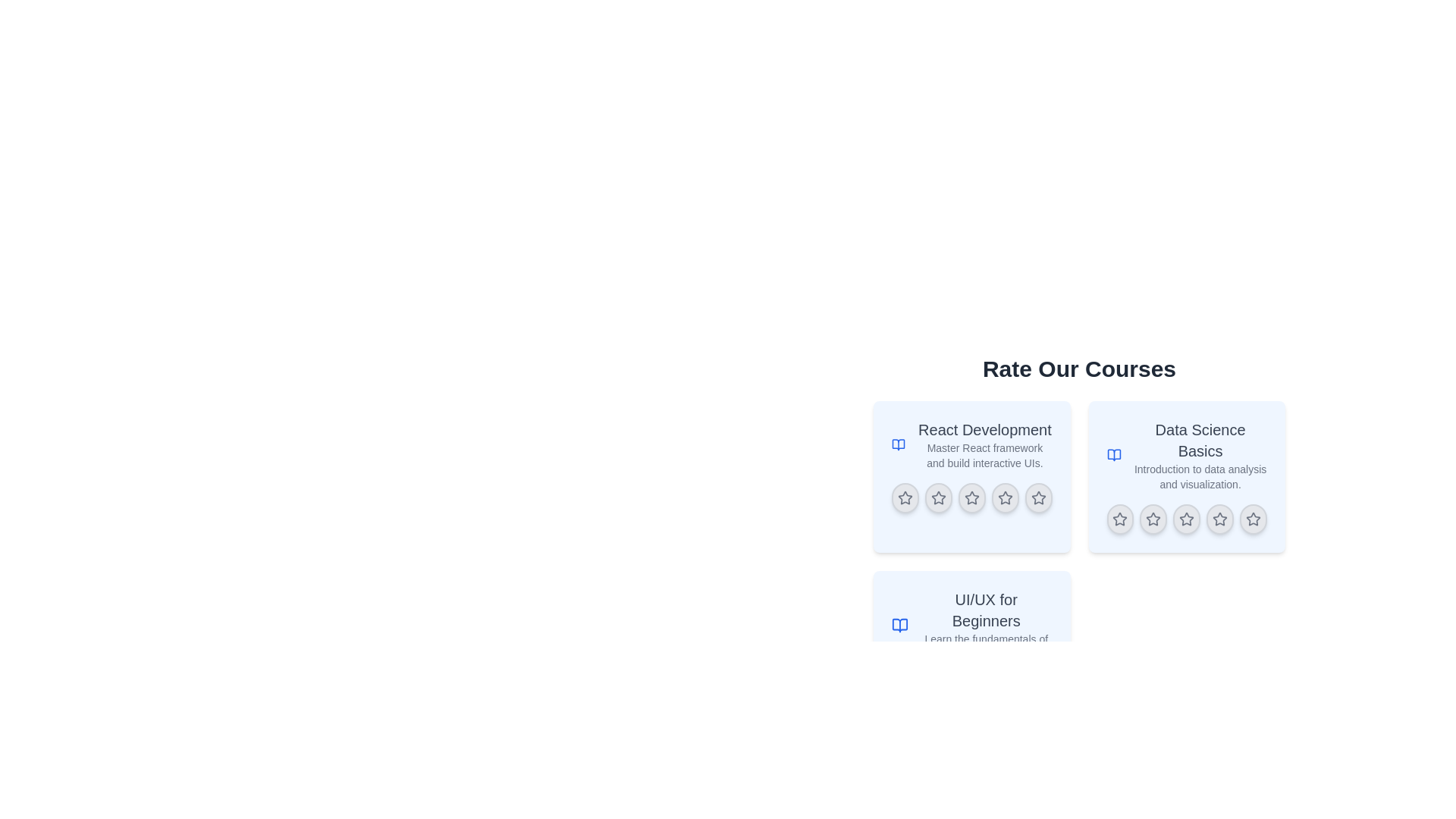 This screenshot has height=819, width=1456. What do you see at coordinates (1005, 497) in the screenshot?
I see `the fourth star icon in the 'React Development' course rating section` at bounding box center [1005, 497].